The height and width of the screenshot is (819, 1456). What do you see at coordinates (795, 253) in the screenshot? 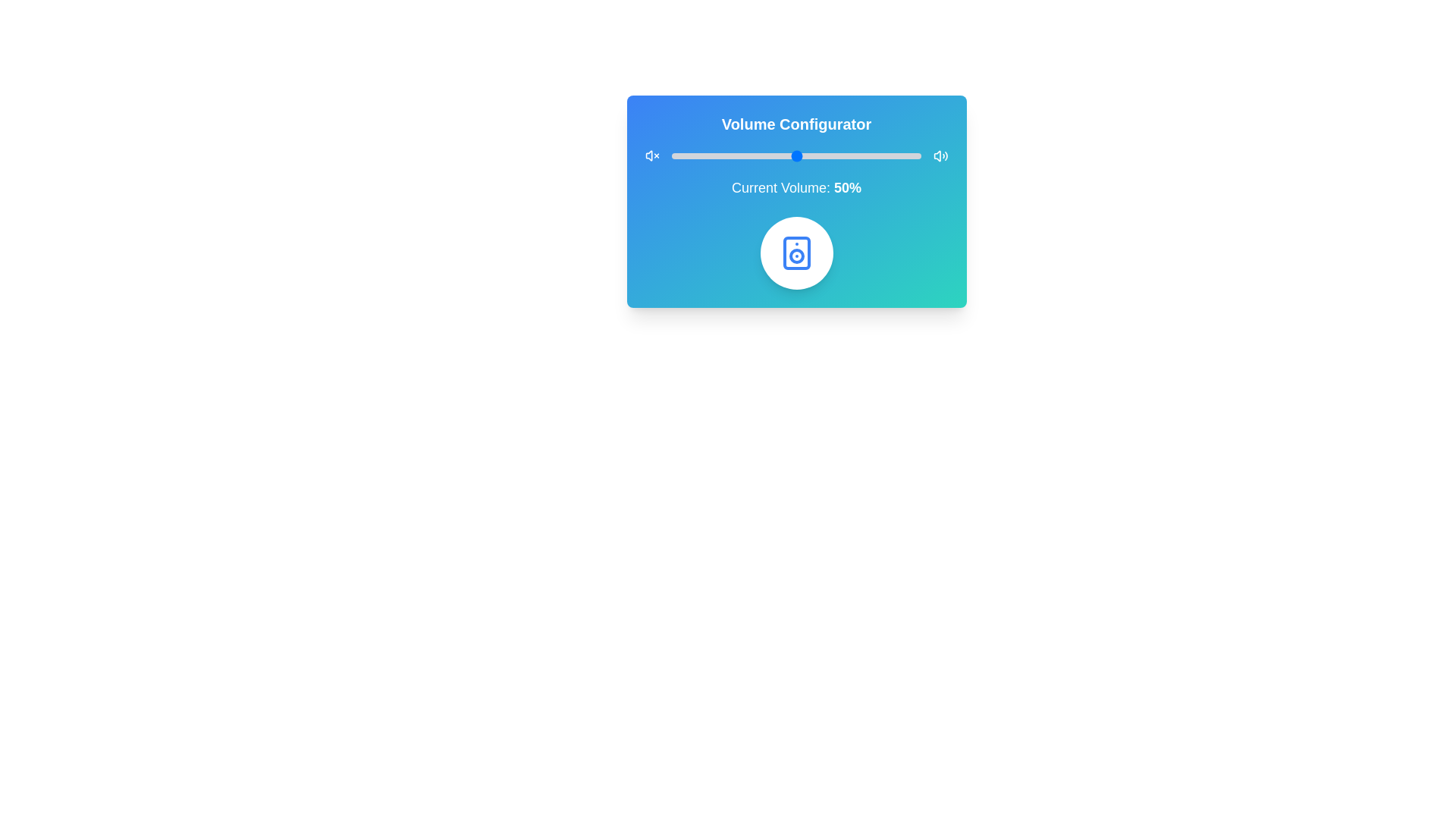
I see `the speaker icon located at the center of the component` at bounding box center [795, 253].